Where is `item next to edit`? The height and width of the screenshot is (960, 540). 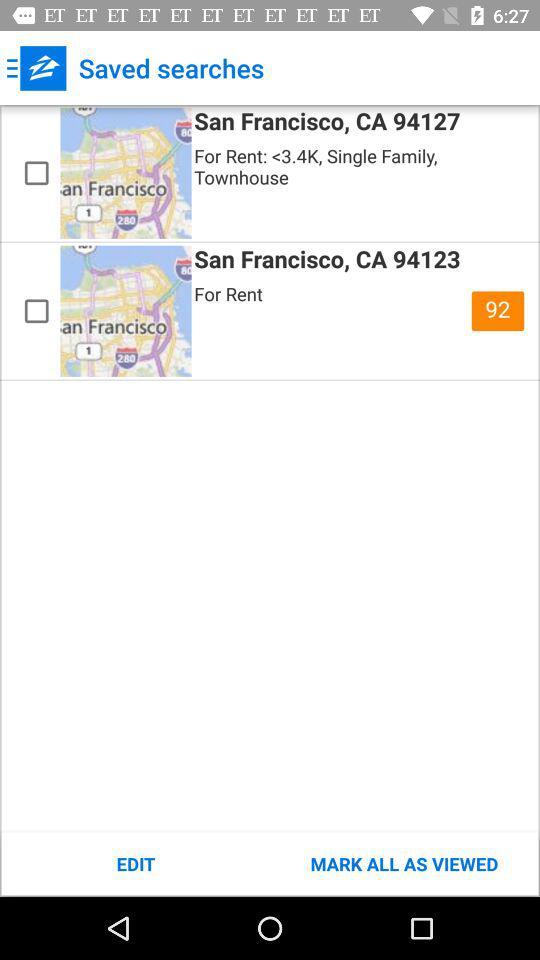
item next to edit is located at coordinates (404, 863).